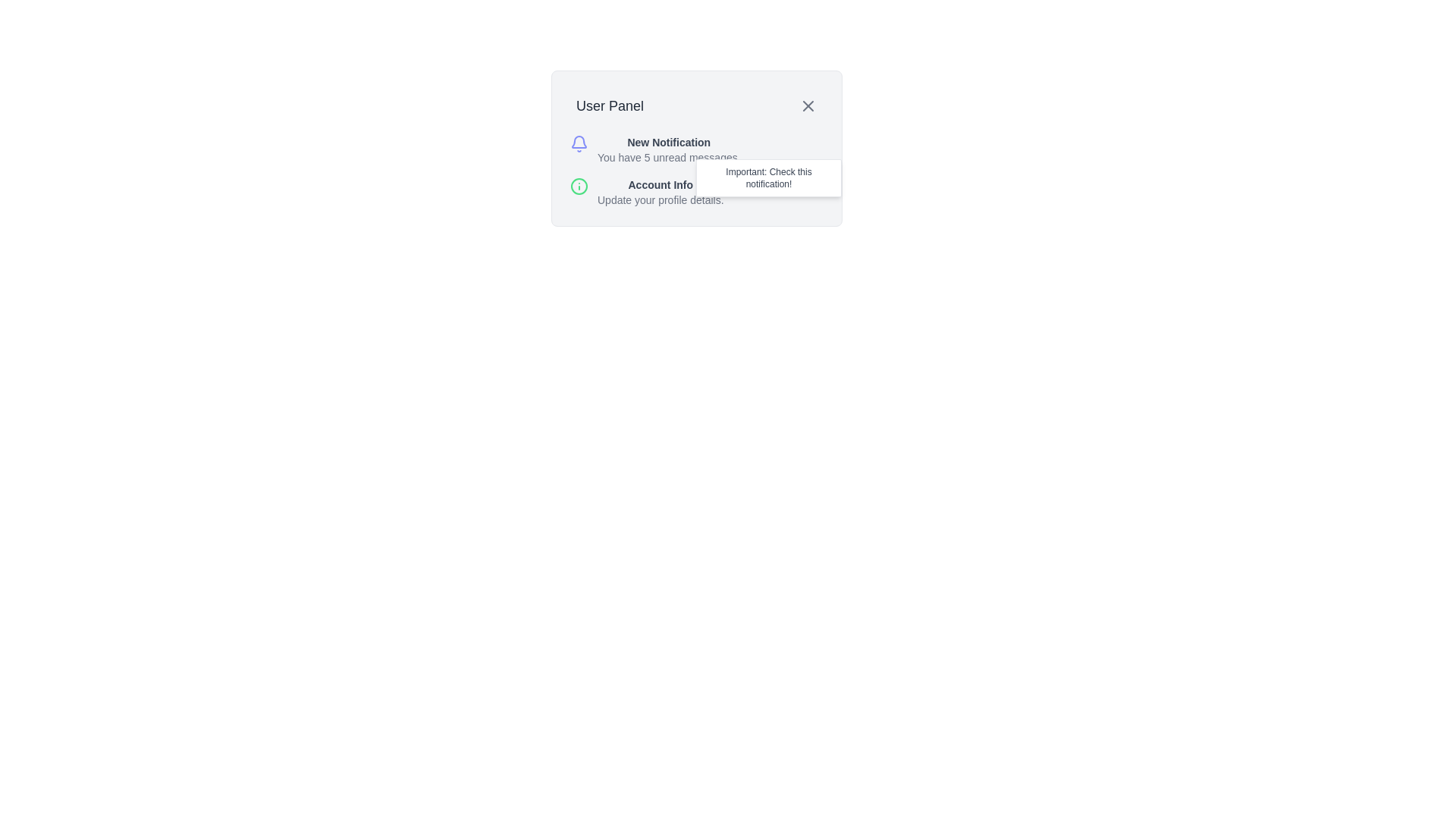 Image resolution: width=1456 pixels, height=819 pixels. I want to click on the static text display component that informs the user about current notifications, located centrally within the notification panel, directly below the bell icon and above 'Account Info', so click(668, 149).